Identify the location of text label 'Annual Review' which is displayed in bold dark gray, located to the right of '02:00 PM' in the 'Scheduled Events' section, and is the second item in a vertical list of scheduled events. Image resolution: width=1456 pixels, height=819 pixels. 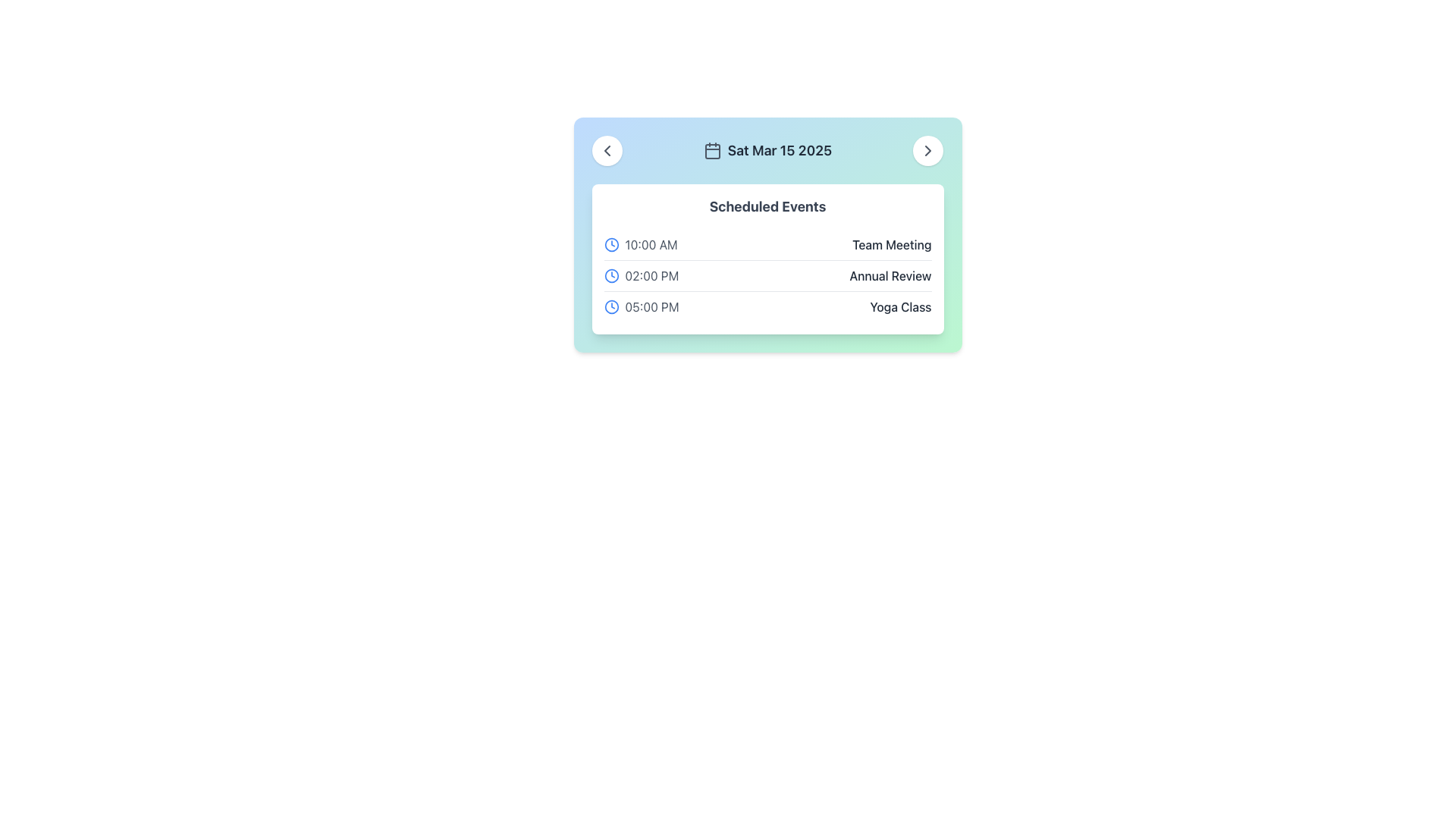
(890, 275).